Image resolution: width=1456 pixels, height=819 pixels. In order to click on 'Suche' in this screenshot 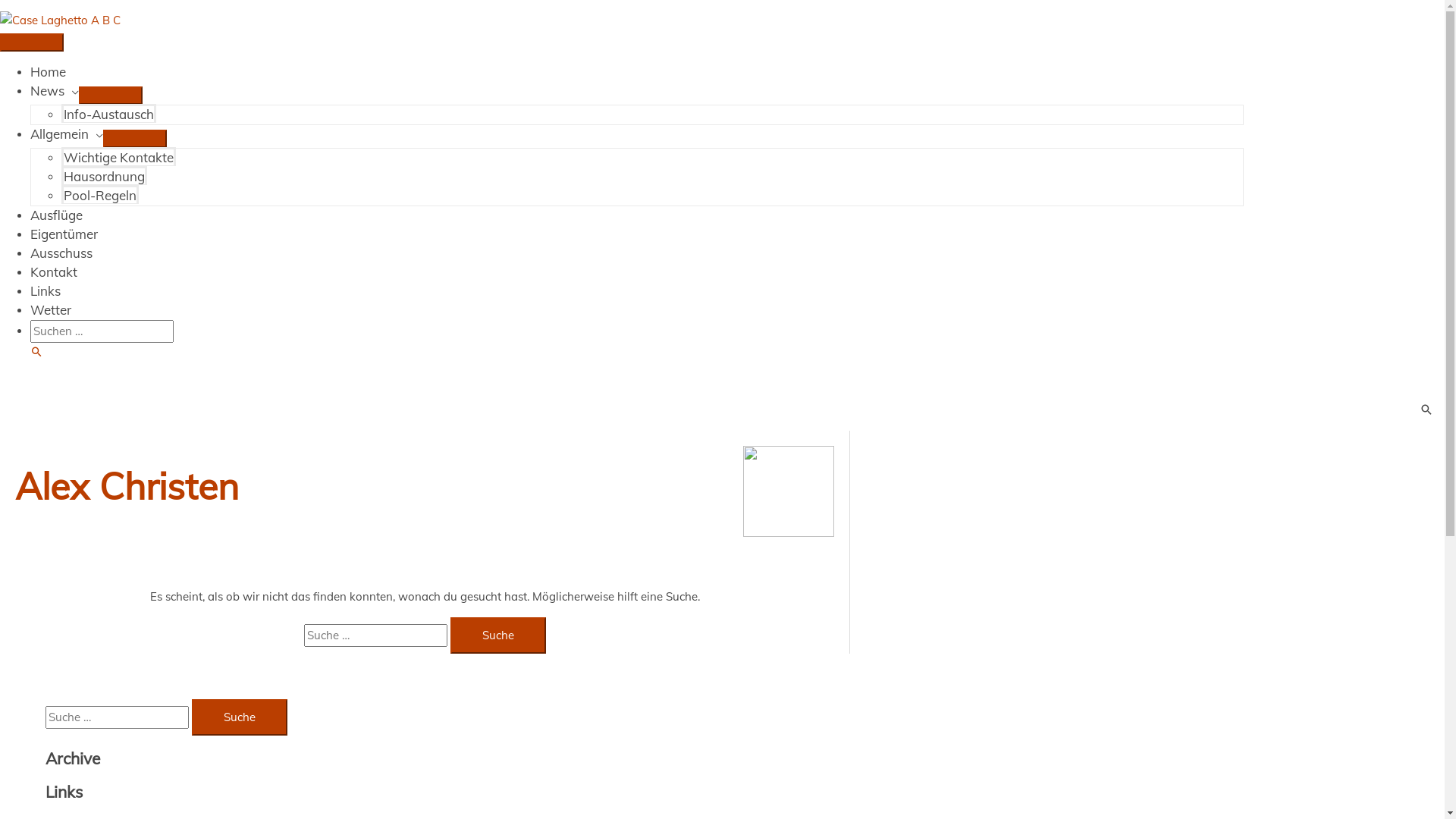, I will do `click(30, 352)`.